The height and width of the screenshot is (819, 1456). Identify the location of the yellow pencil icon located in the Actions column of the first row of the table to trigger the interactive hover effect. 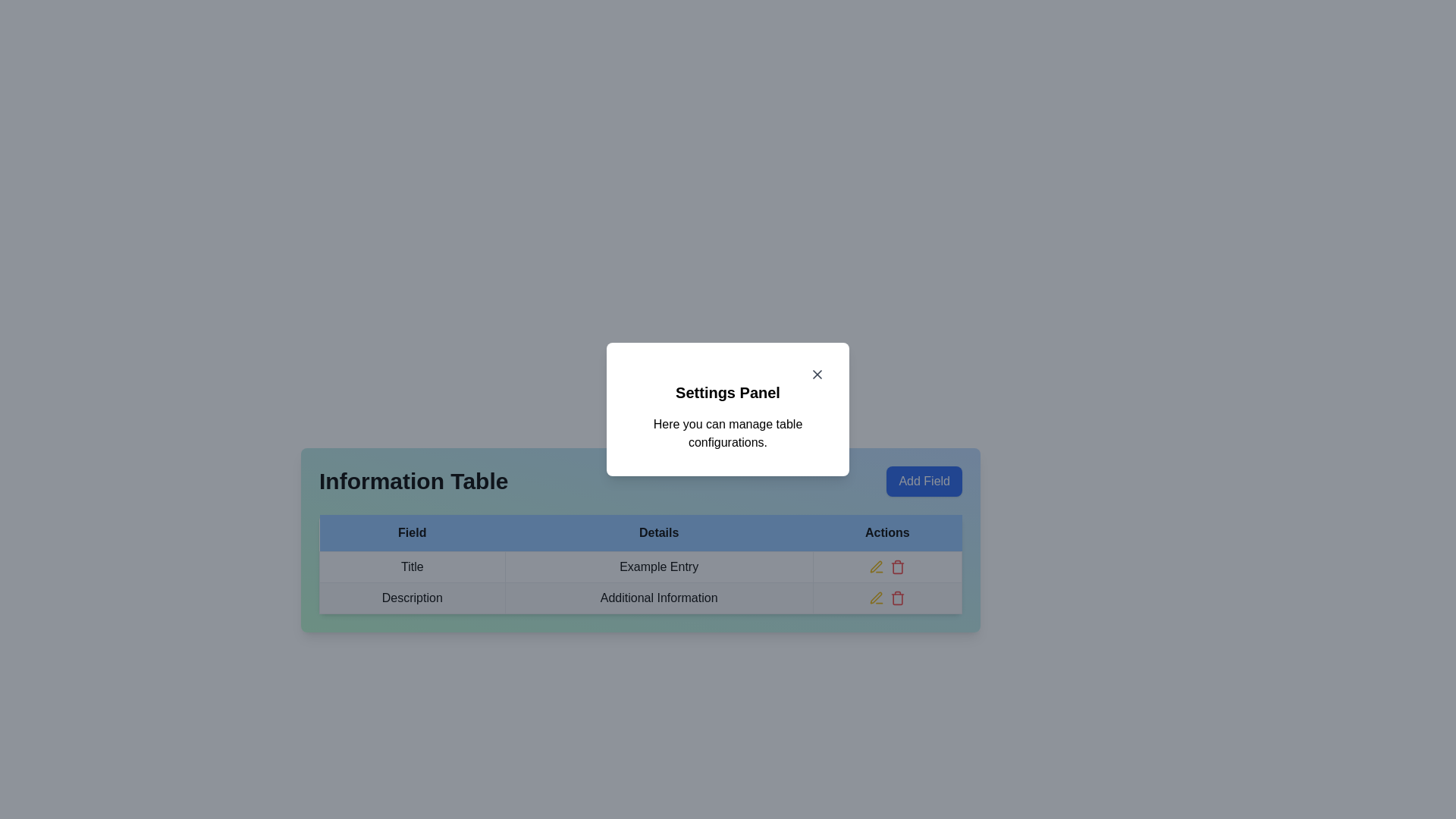
(877, 567).